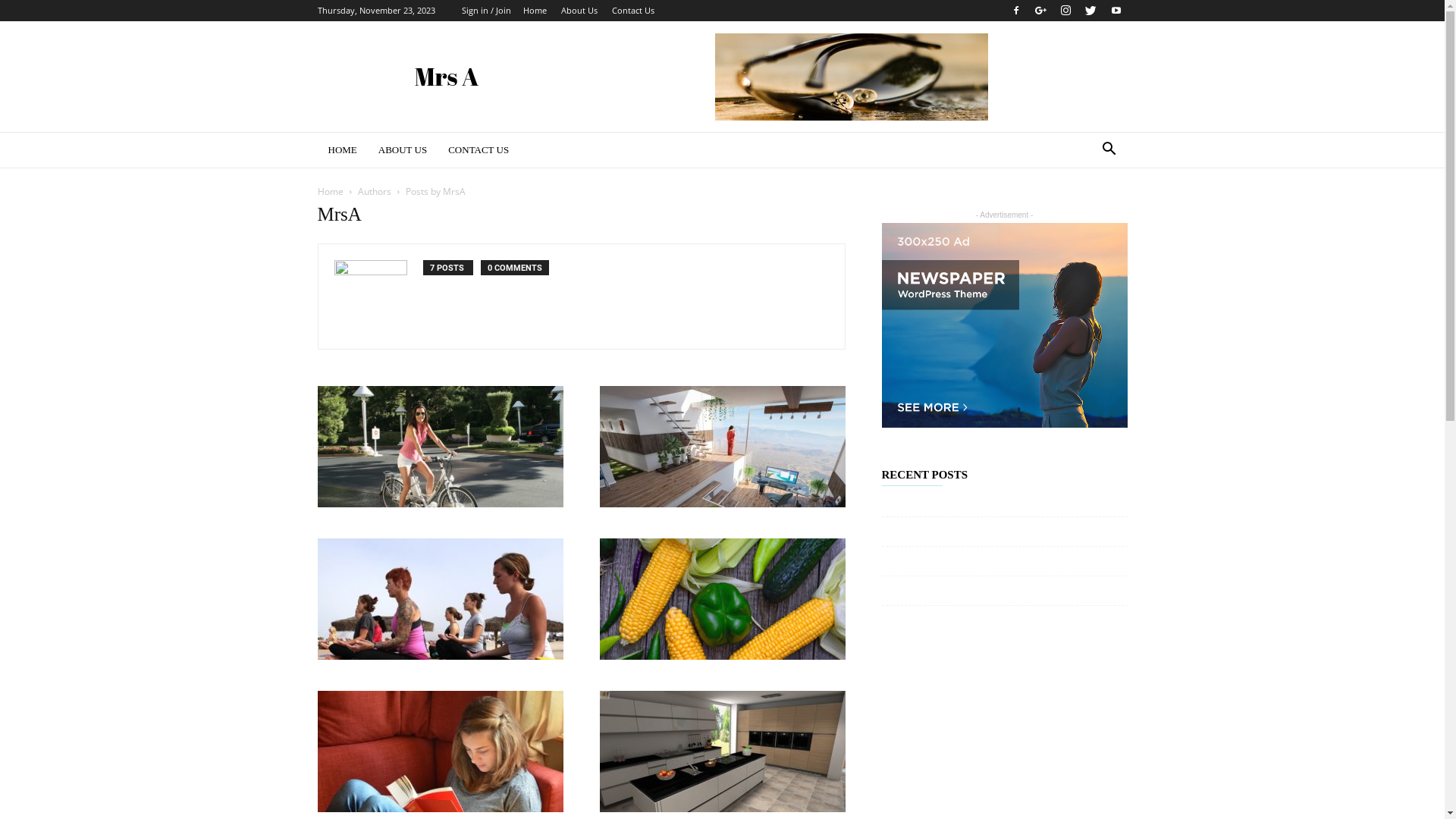 The height and width of the screenshot is (819, 1456). I want to click on 'Twitter', so click(1090, 11).